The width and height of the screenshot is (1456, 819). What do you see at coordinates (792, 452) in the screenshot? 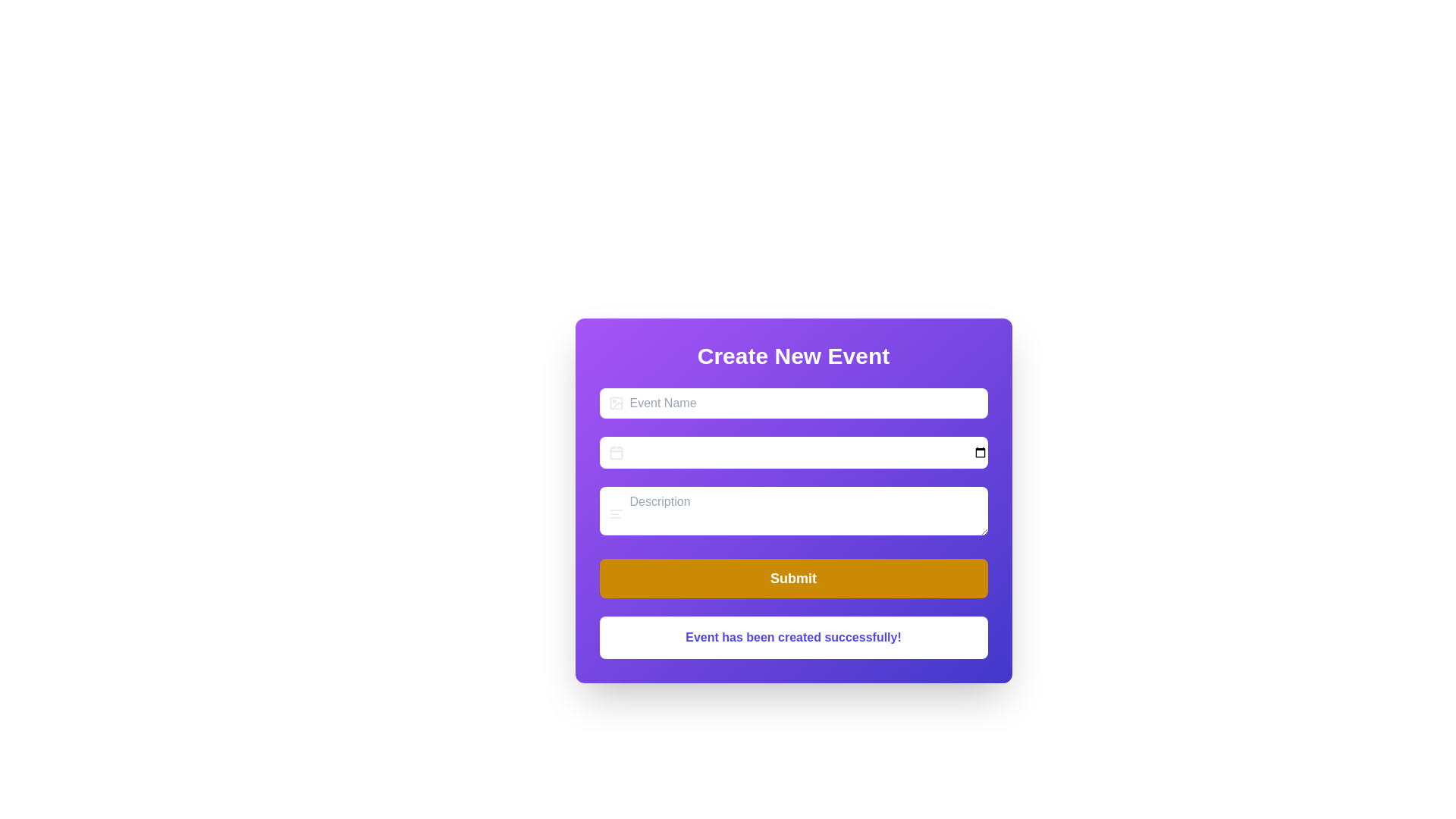
I see `the Date picker input field` at bounding box center [792, 452].